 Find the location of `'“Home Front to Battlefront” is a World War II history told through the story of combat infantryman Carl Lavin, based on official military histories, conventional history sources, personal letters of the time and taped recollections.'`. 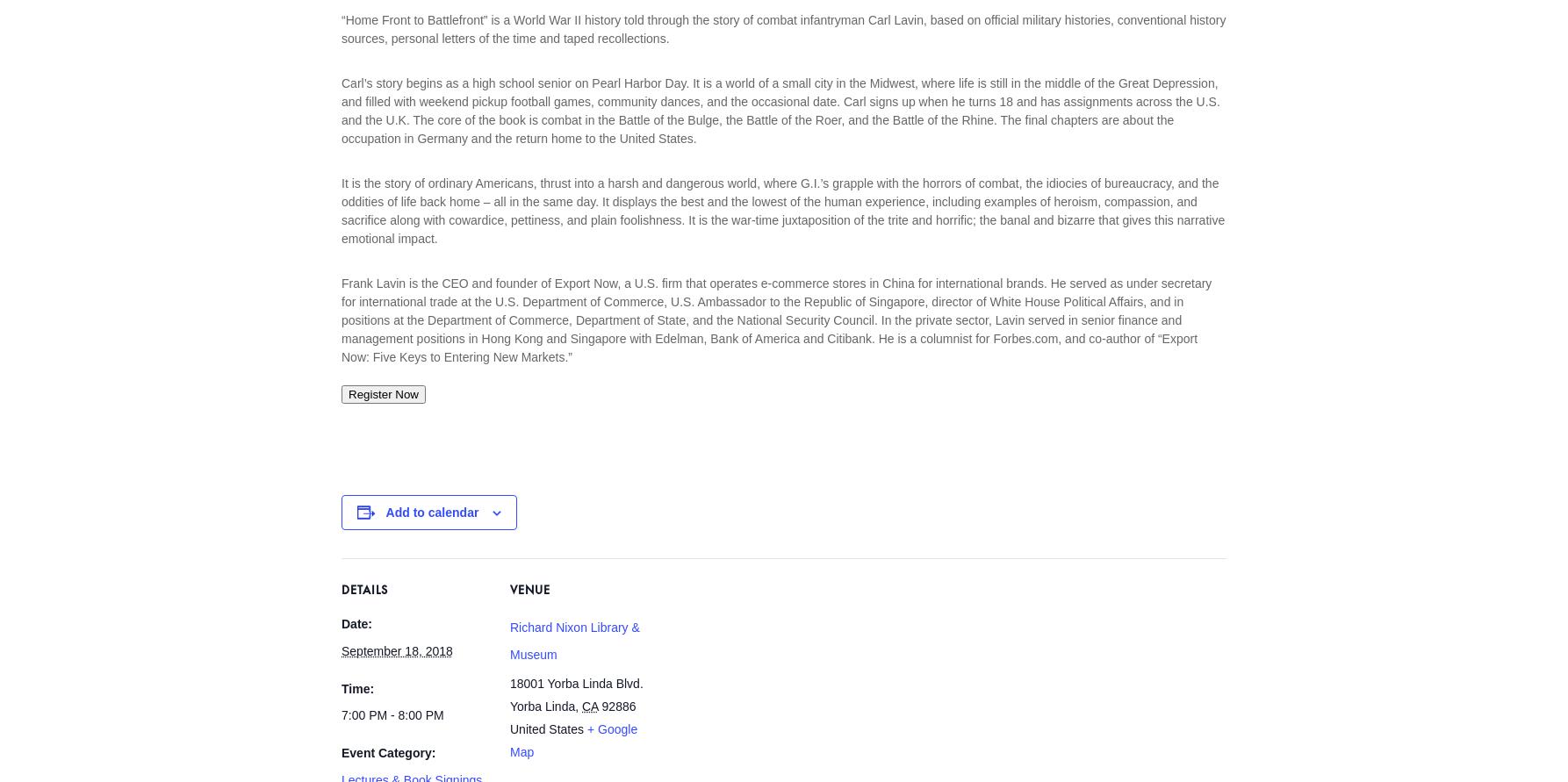

'“Home Front to Battlefront” is a World War II history told through the story of combat infantryman Carl Lavin, based on official military histories, conventional history sources, personal letters of the time and taped recollections.' is located at coordinates (782, 28).